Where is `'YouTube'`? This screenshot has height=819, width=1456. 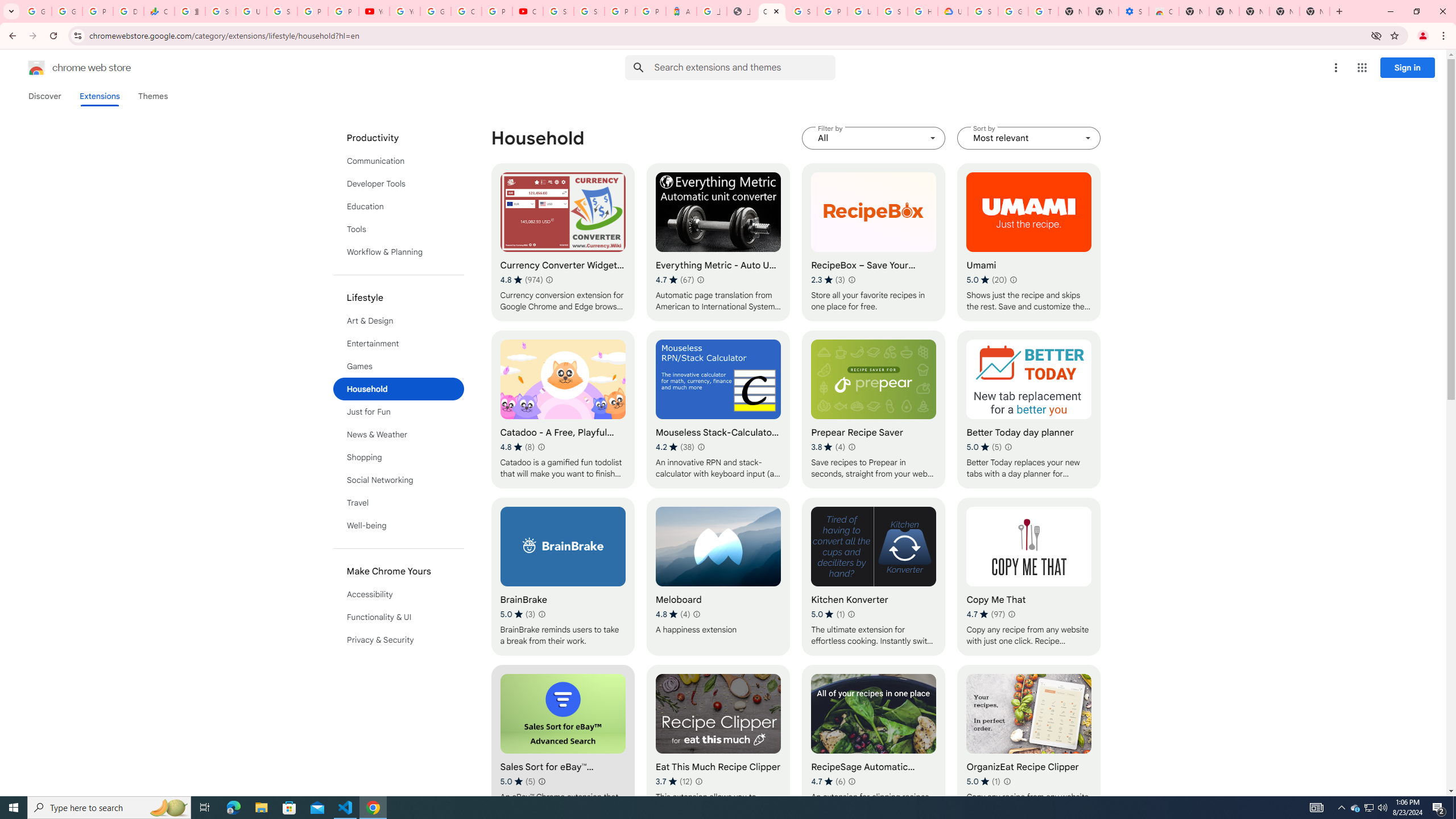 'YouTube' is located at coordinates (404, 11).